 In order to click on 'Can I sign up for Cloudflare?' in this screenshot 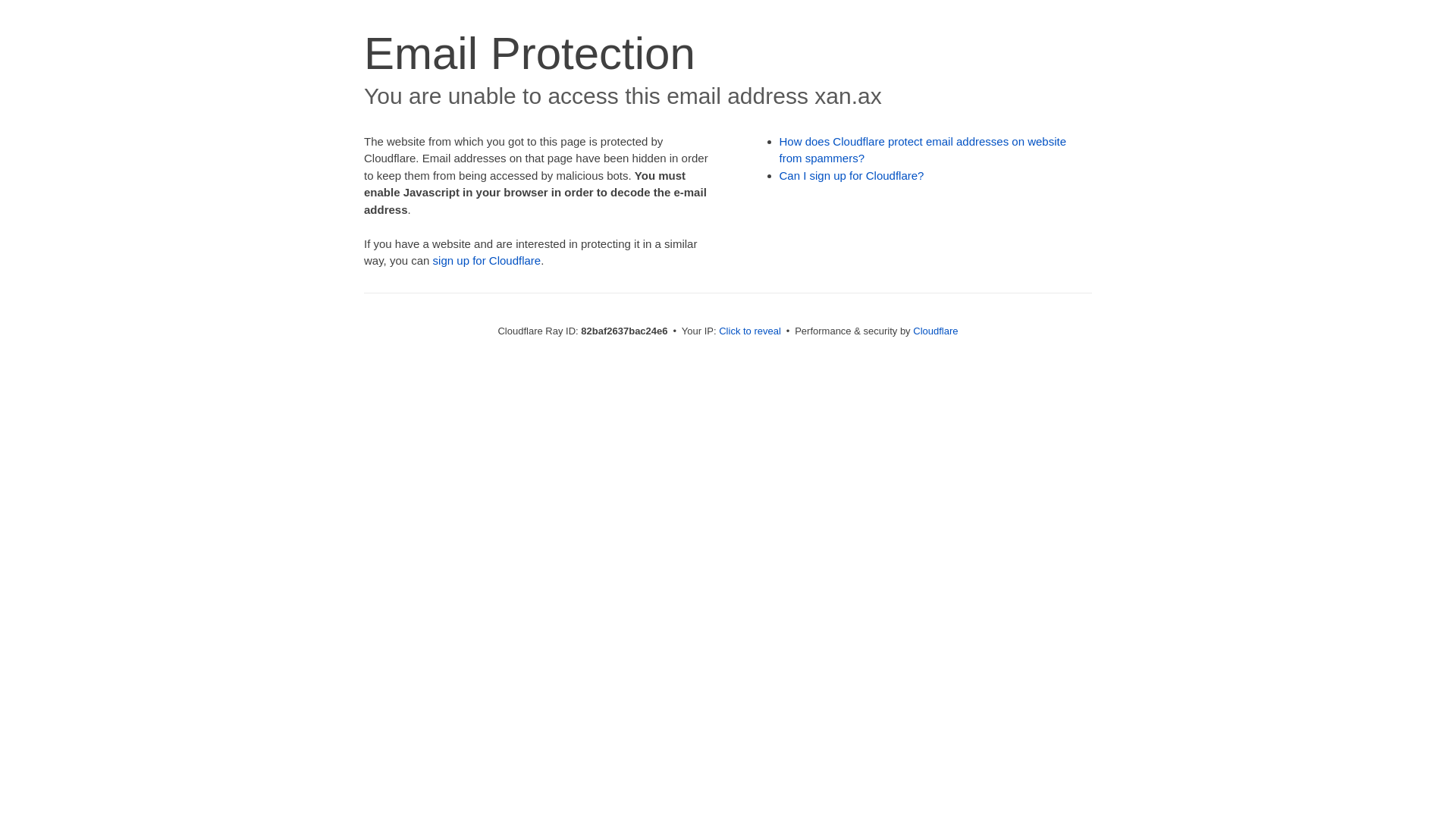, I will do `click(852, 174)`.